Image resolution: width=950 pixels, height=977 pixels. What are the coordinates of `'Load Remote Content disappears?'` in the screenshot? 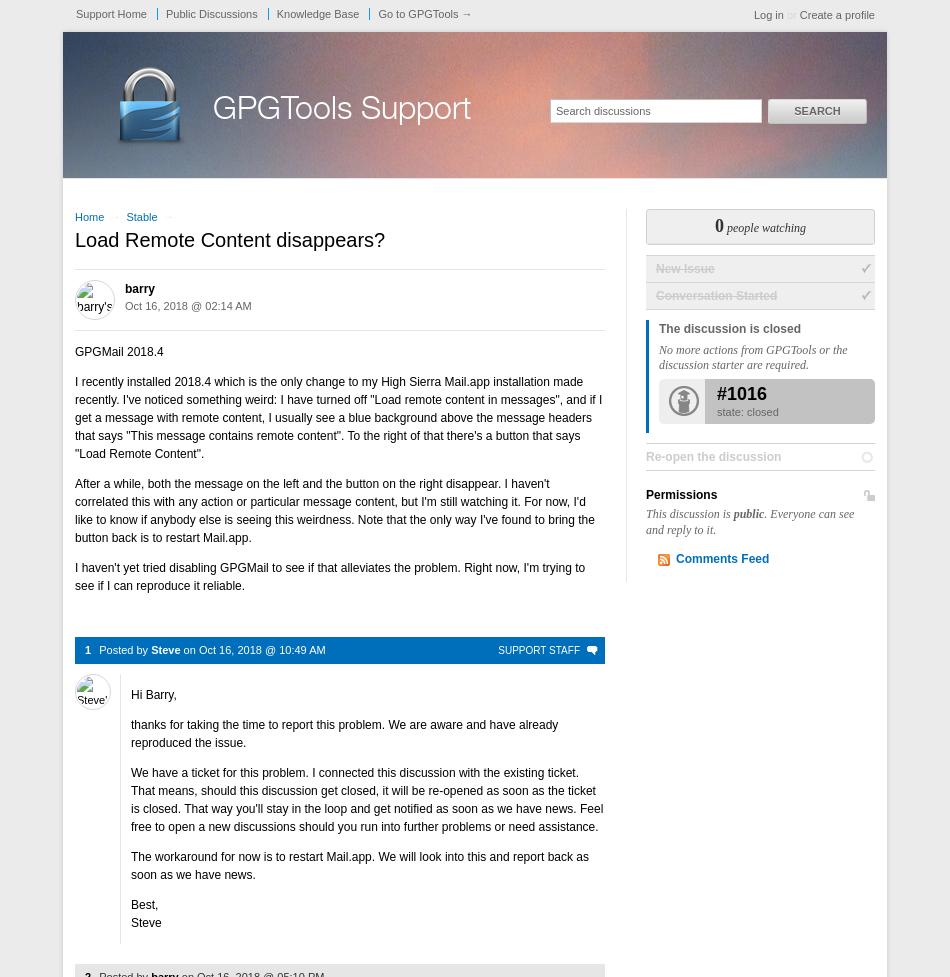 It's located at (229, 238).